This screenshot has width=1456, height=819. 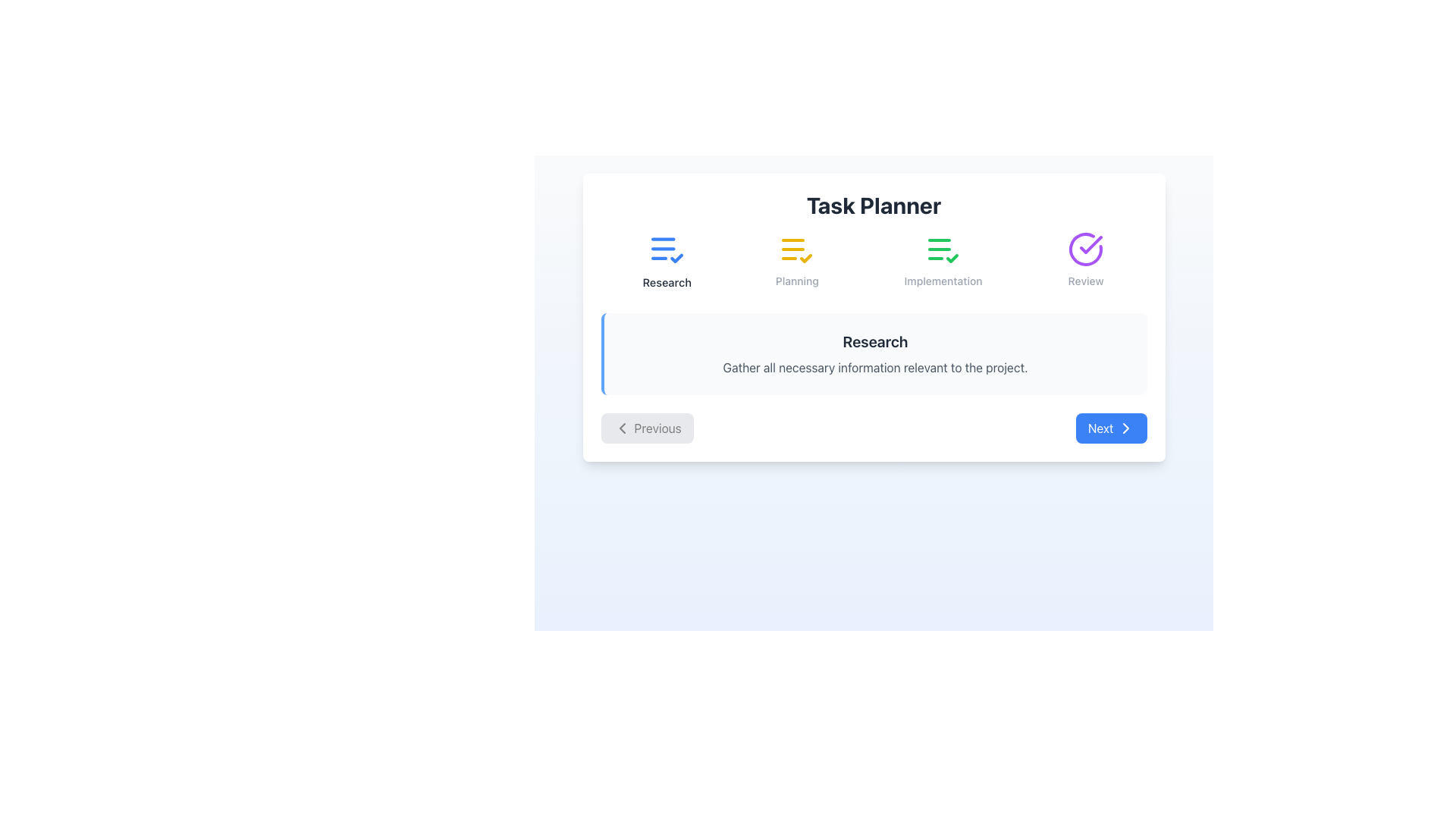 What do you see at coordinates (667, 259) in the screenshot?
I see `the 'Research' component, which is the first element in the 'Task Planner' section` at bounding box center [667, 259].